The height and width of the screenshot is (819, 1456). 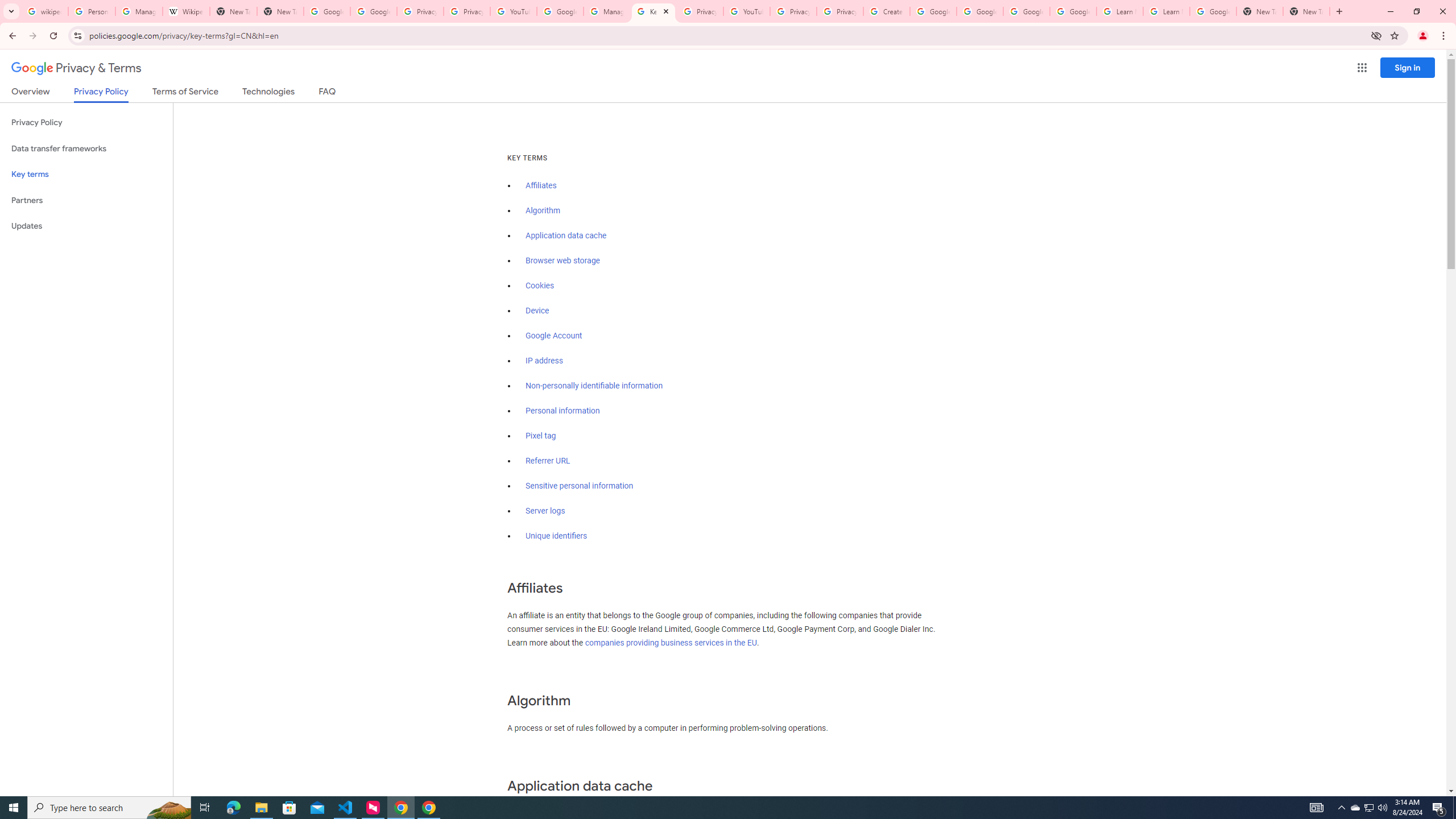 I want to click on 'Privacy Policy', so click(x=86, y=122).